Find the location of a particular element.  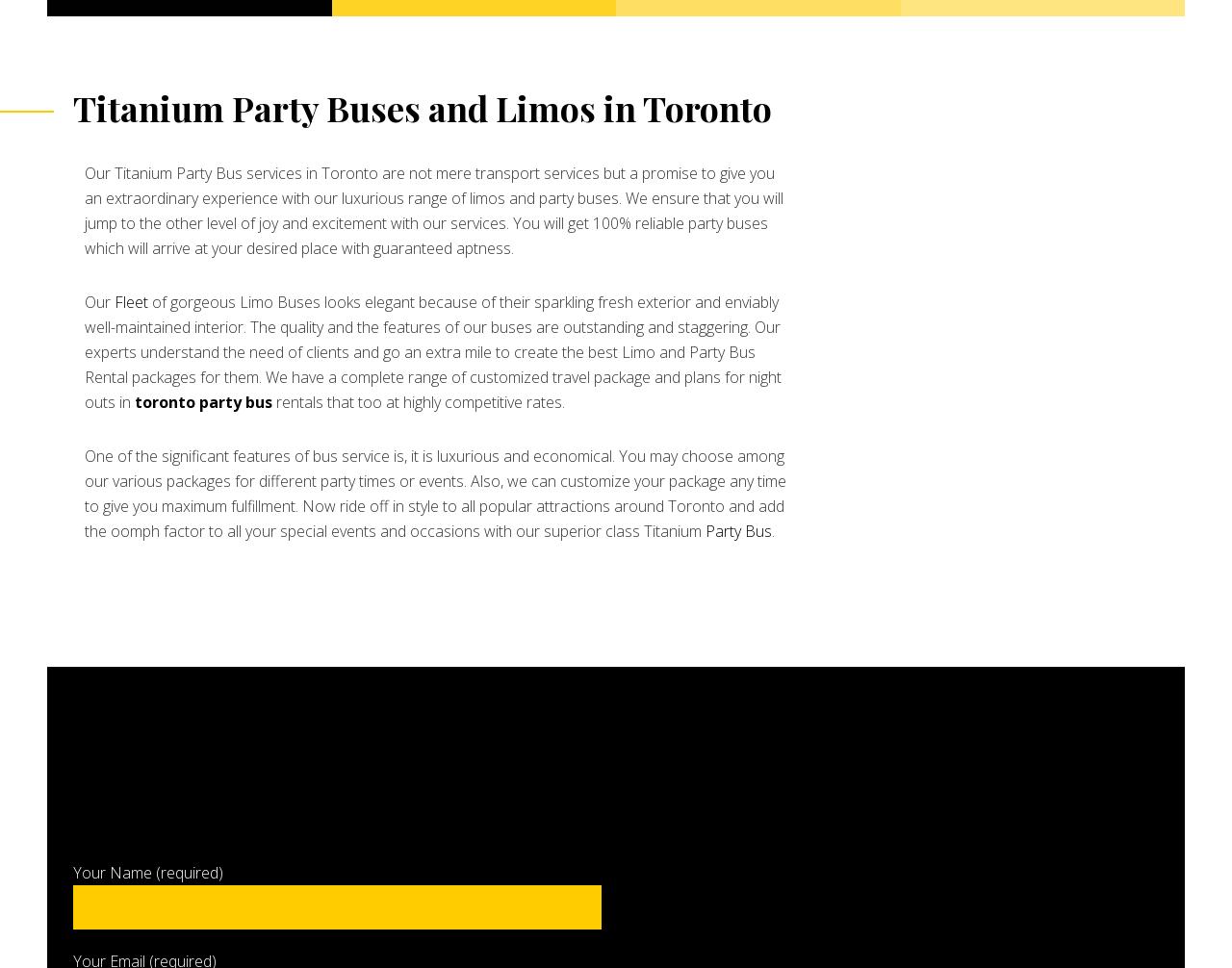

'We Make Your Dreams Real!' is located at coordinates (154, 240).